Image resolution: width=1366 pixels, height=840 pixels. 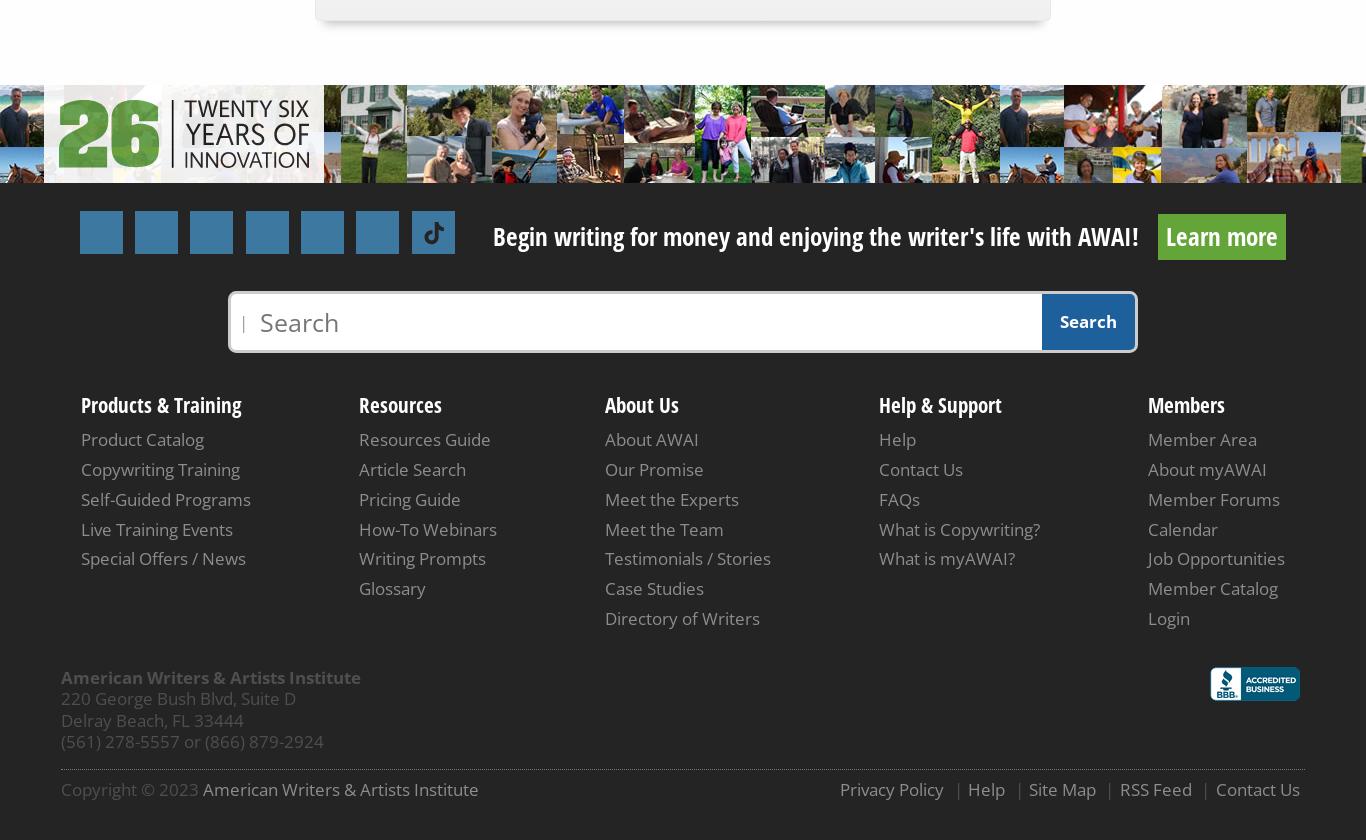 I want to click on 'Live Training Events', so click(x=155, y=528).